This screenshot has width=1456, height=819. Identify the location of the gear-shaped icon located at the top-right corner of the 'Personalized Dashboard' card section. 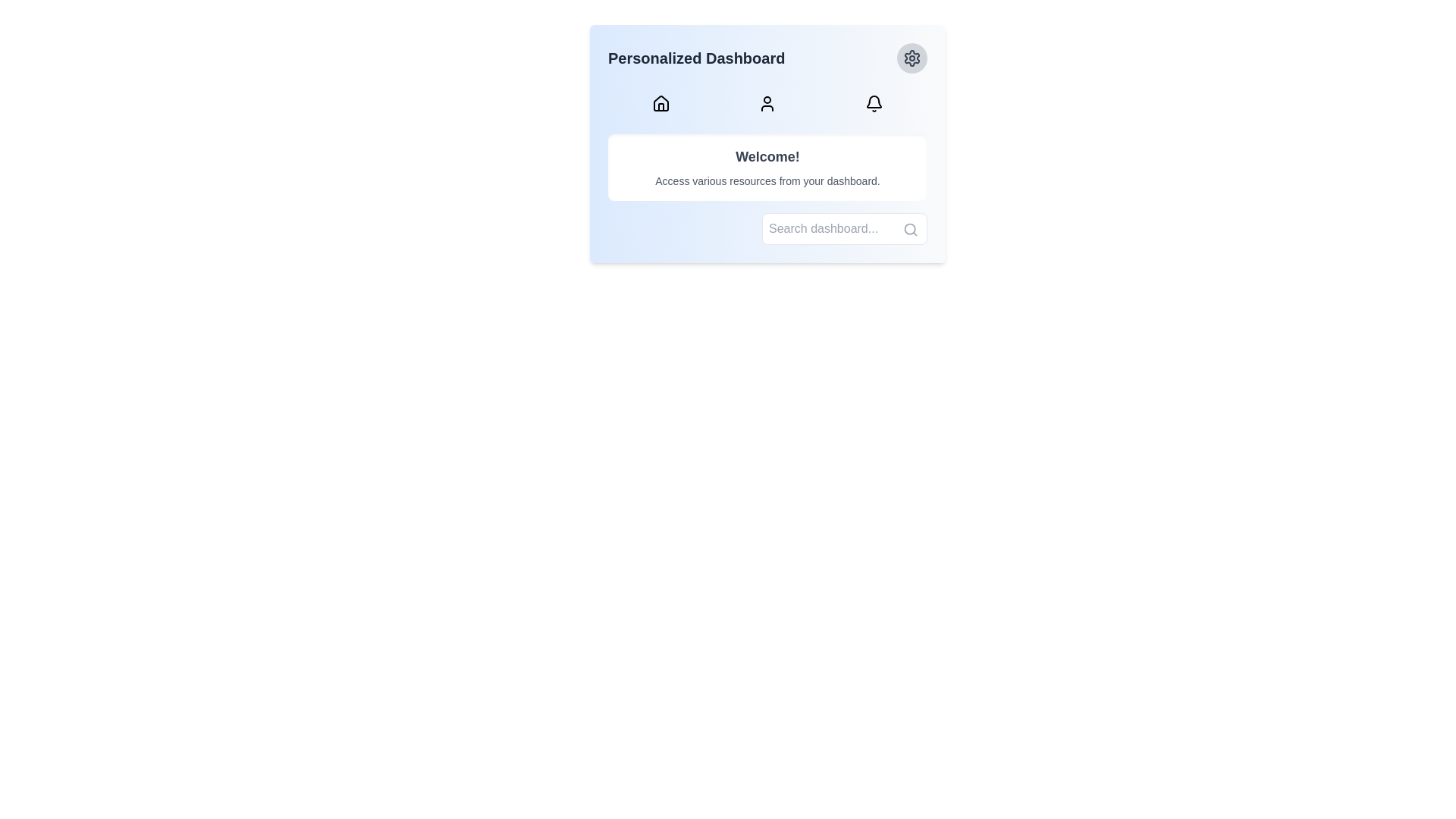
(912, 58).